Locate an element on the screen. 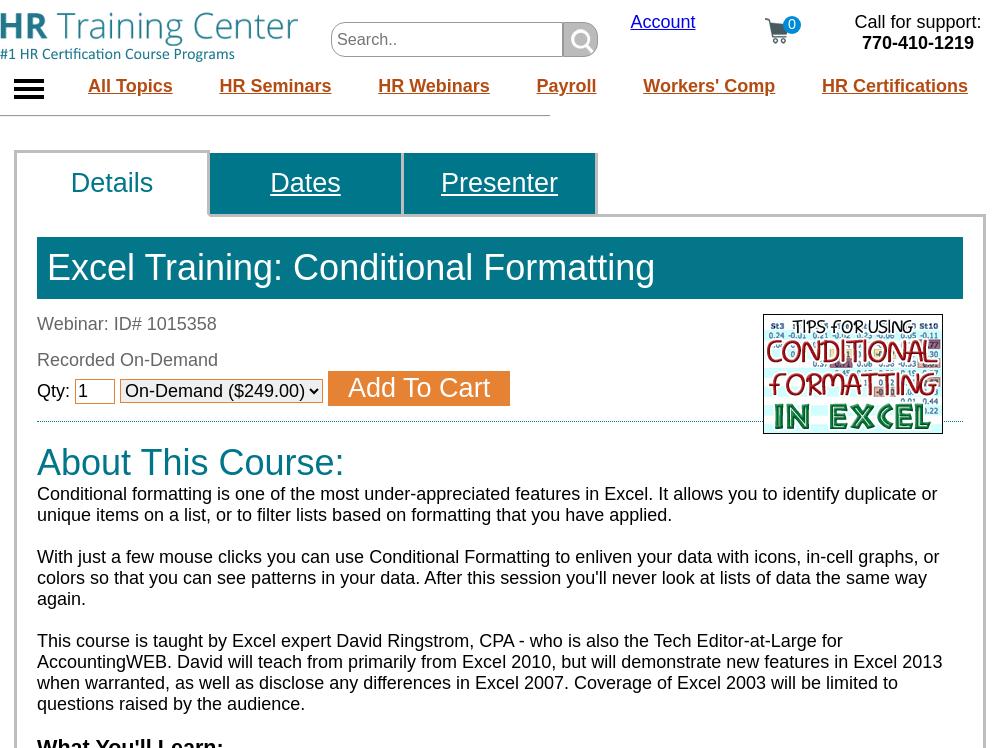 The height and width of the screenshot is (748, 1000). 'Recorded On-Demand' is located at coordinates (127, 359).